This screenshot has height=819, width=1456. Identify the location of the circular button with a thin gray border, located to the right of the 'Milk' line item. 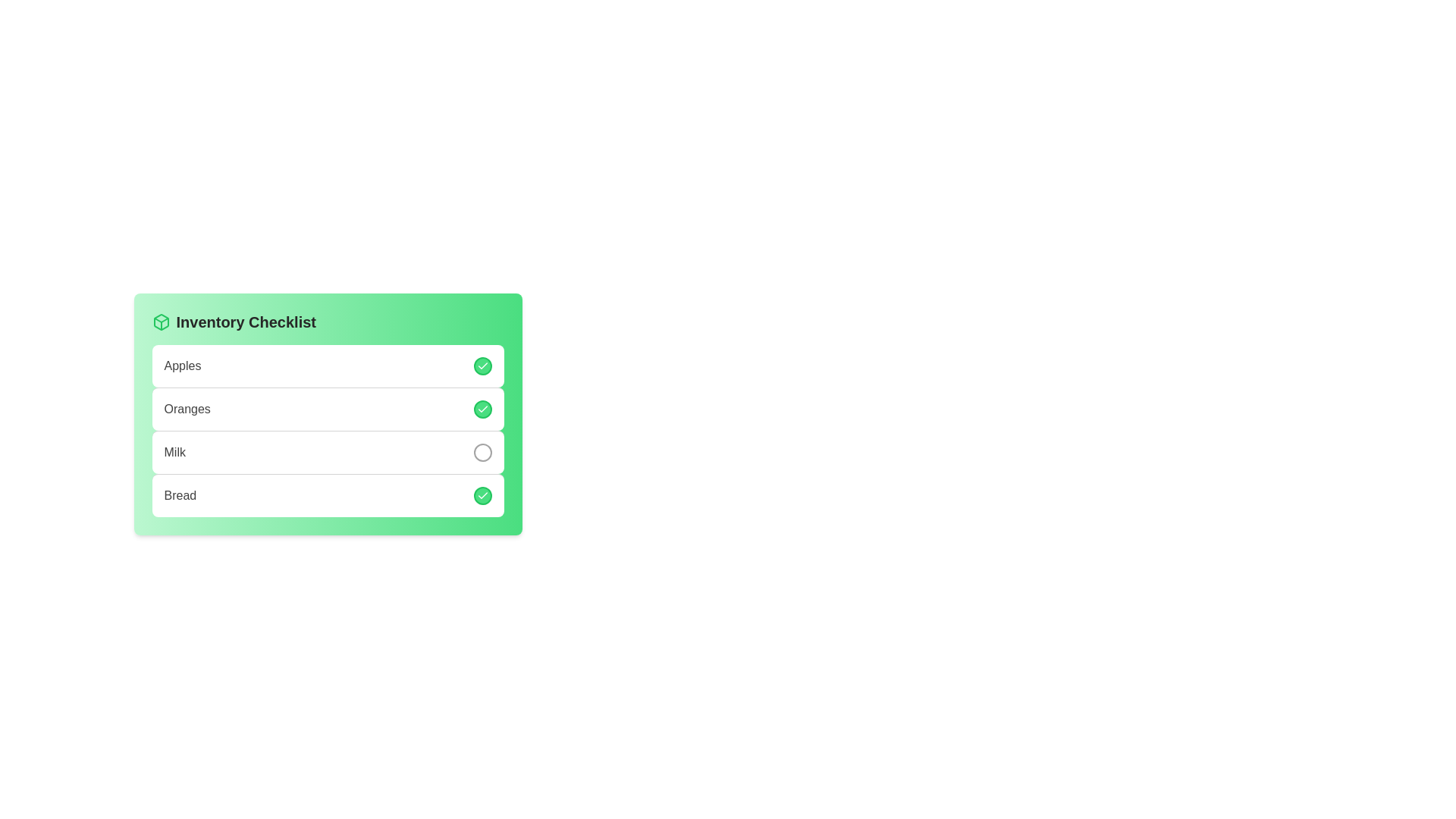
(482, 452).